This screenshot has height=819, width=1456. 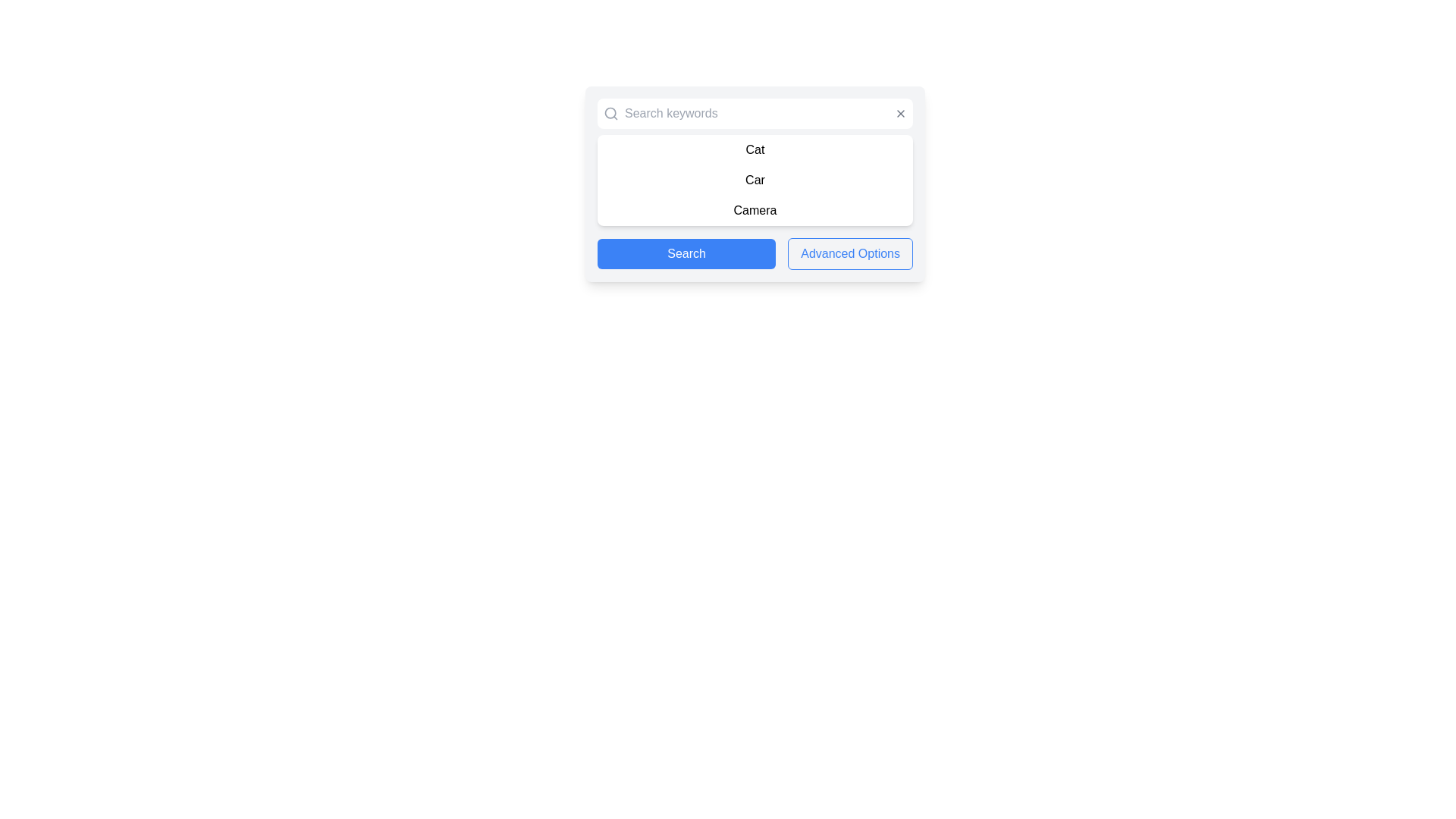 I want to click on the selectable list item displaying the word 'Car', so click(x=755, y=180).